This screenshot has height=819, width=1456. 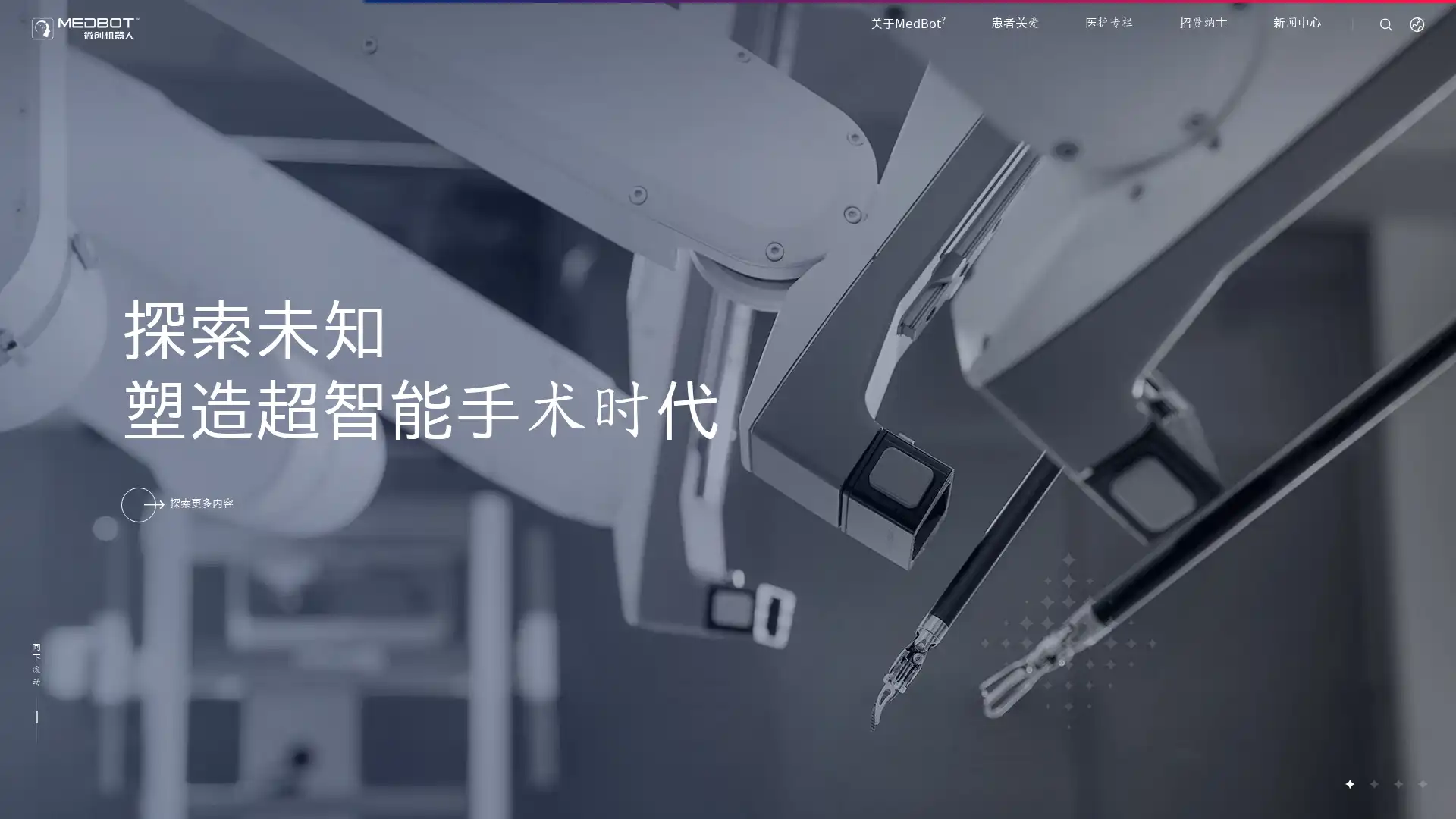 What do you see at coordinates (1373, 783) in the screenshot?
I see `Go to slide 2` at bounding box center [1373, 783].